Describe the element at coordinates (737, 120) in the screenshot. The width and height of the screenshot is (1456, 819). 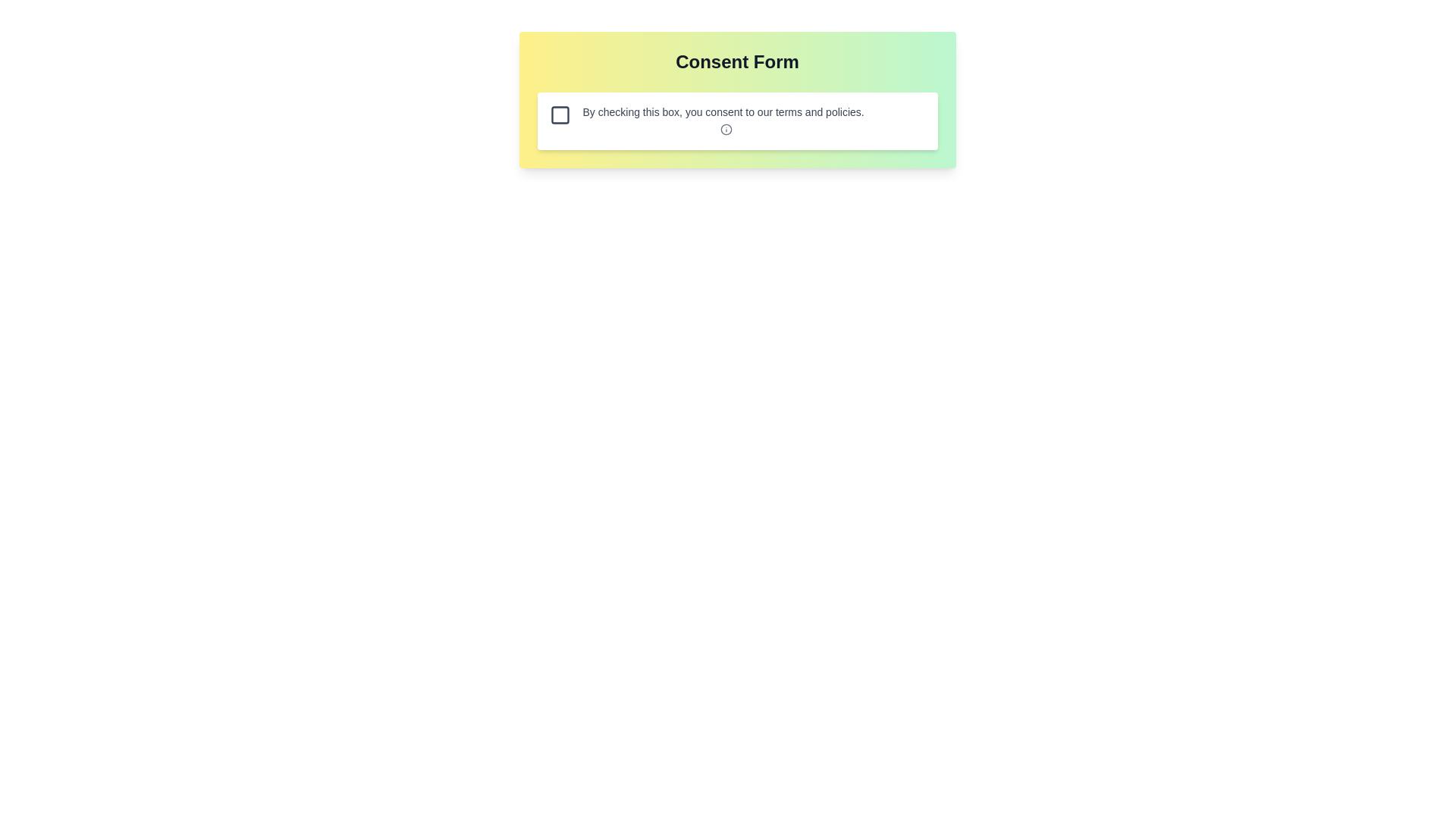
I see `the checkbox in the consent form panel` at that location.